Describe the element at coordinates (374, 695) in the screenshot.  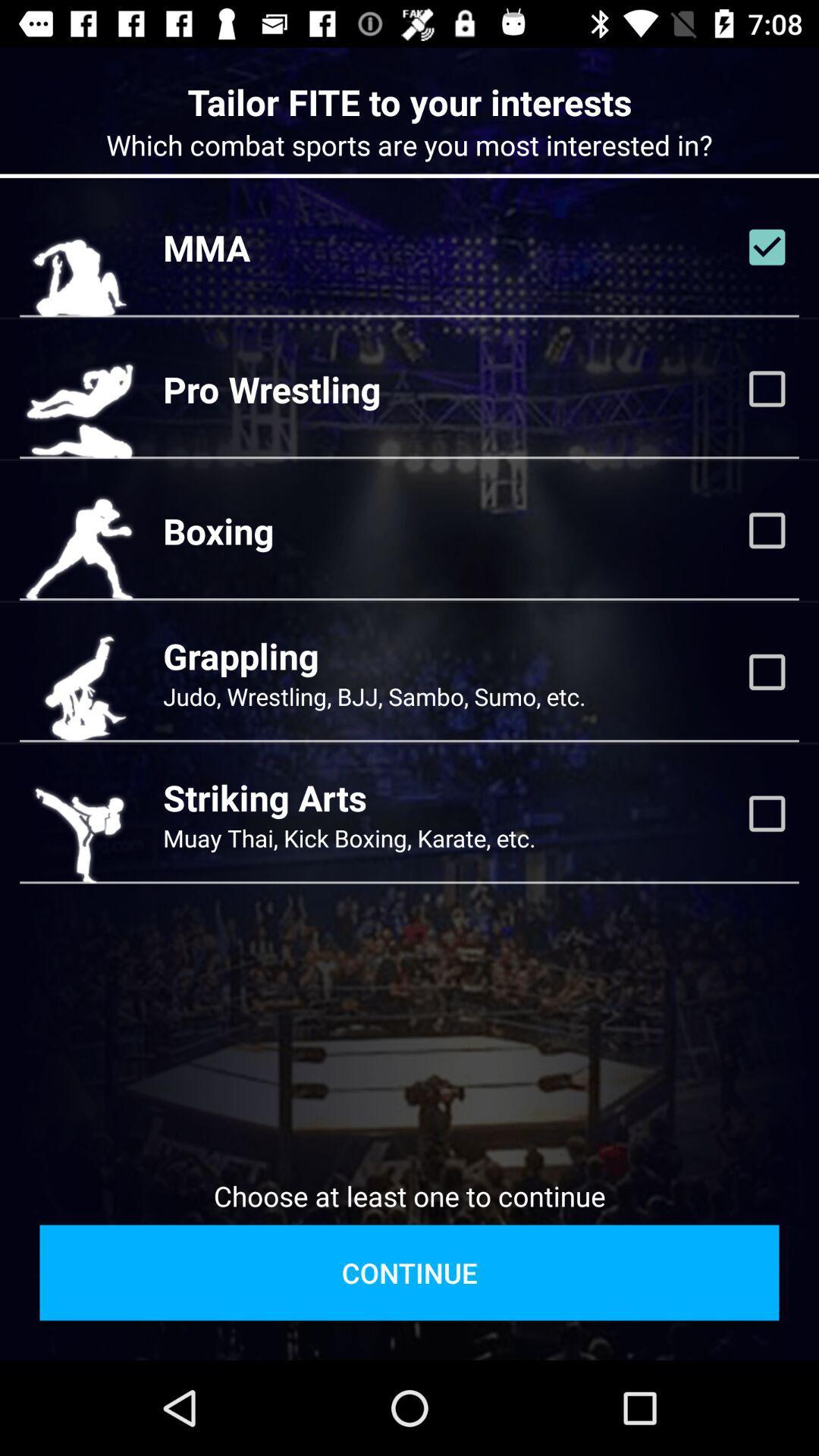
I see `the judo wrestling bjj` at that location.